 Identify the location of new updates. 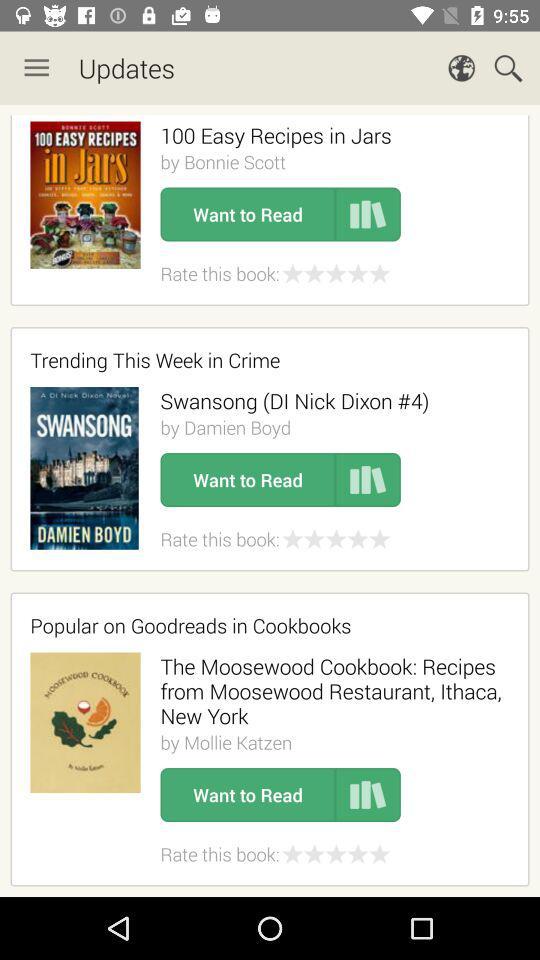
(270, 500).